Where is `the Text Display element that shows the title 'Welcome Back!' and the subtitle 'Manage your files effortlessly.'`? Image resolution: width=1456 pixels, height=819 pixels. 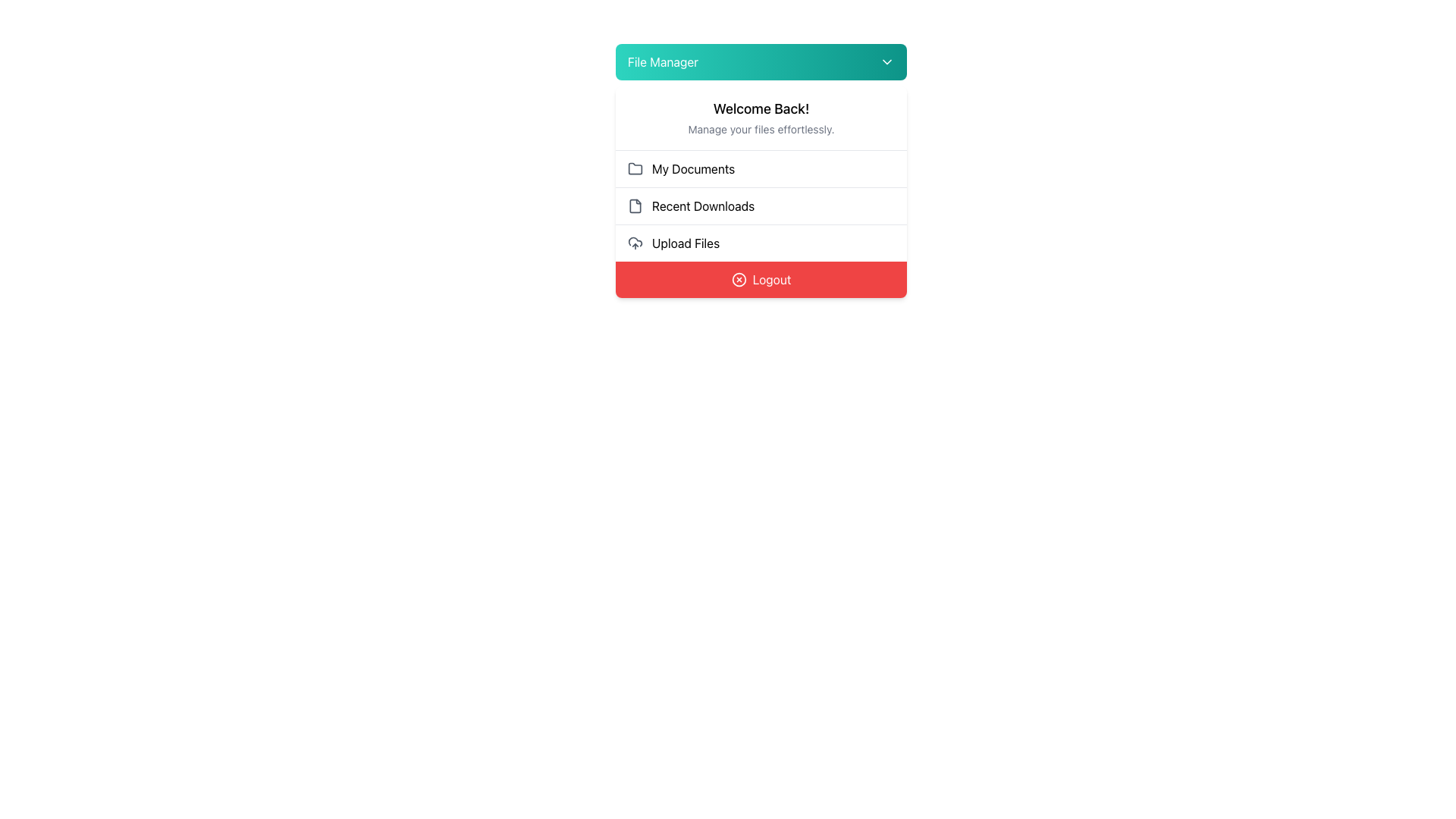
the Text Display element that shows the title 'Welcome Back!' and the subtitle 'Manage your files effortlessly.' is located at coordinates (761, 118).